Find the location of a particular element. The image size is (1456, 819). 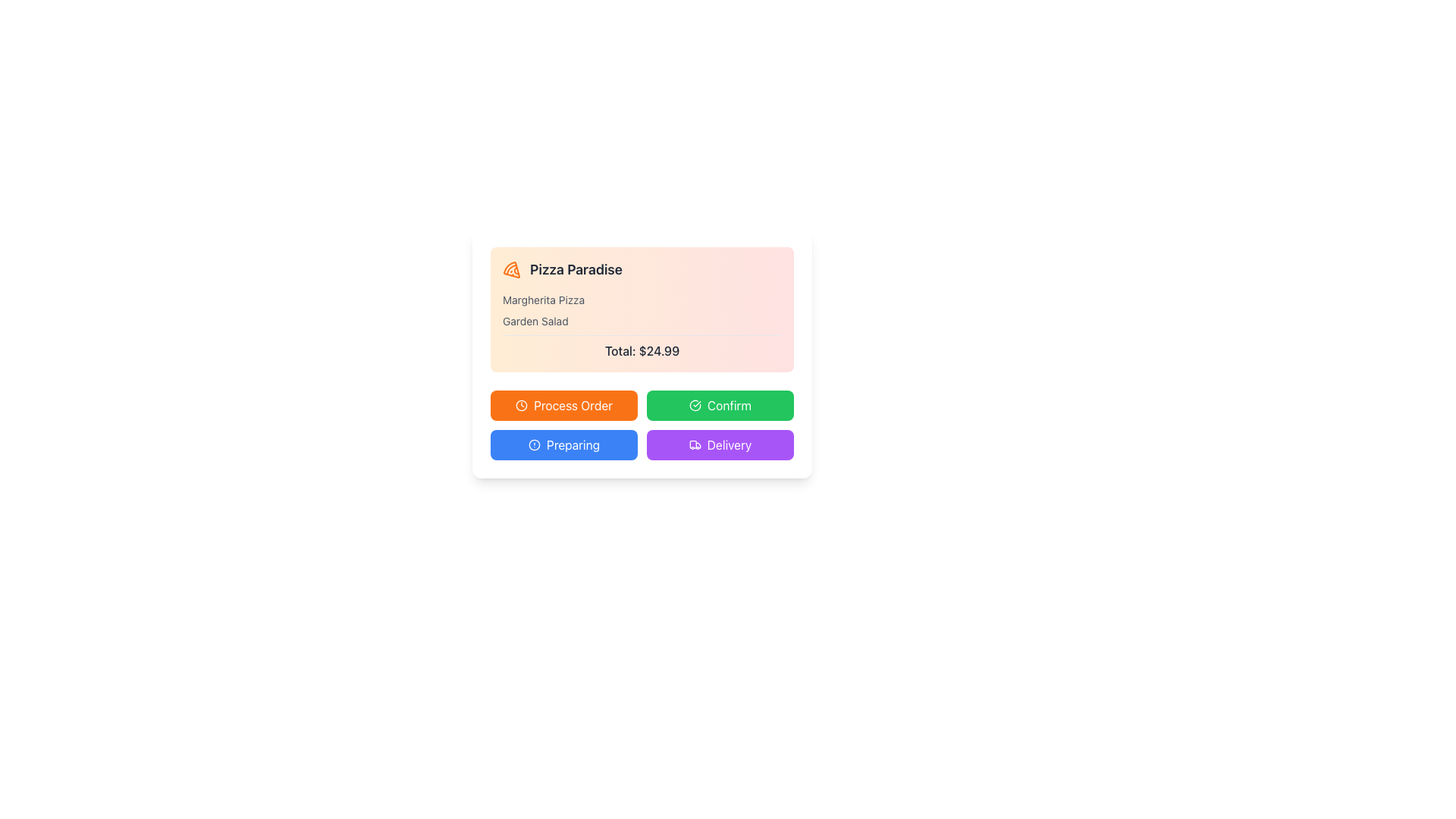

the static text label displaying 'Garden Salad' which is positioned below the title 'Pizza Paradise' and above 'Total: $24.99' is located at coordinates (535, 321).